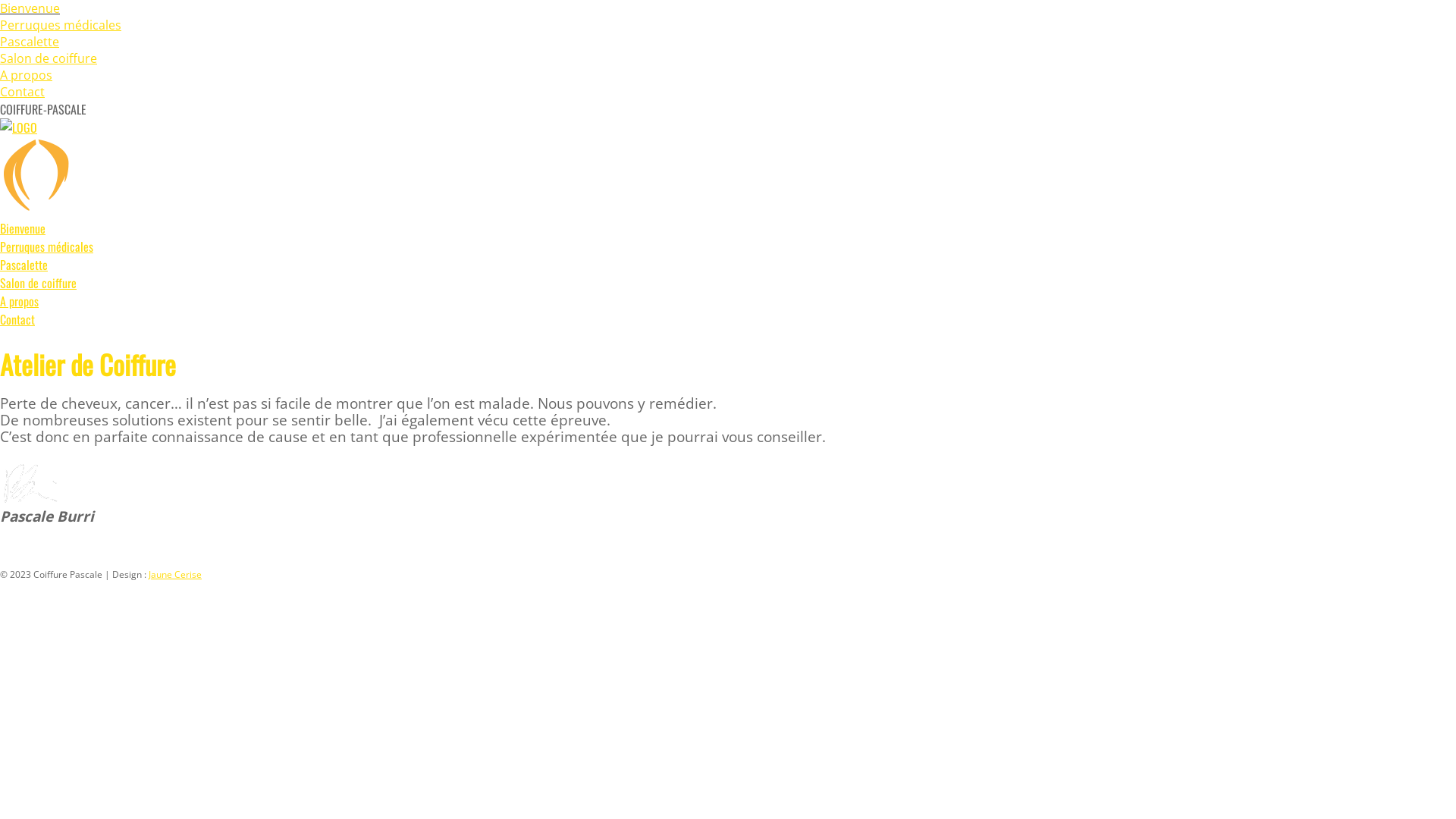 The width and height of the screenshot is (1456, 819). What do you see at coordinates (48, 58) in the screenshot?
I see `'Salon de coiffure'` at bounding box center [48, 58].